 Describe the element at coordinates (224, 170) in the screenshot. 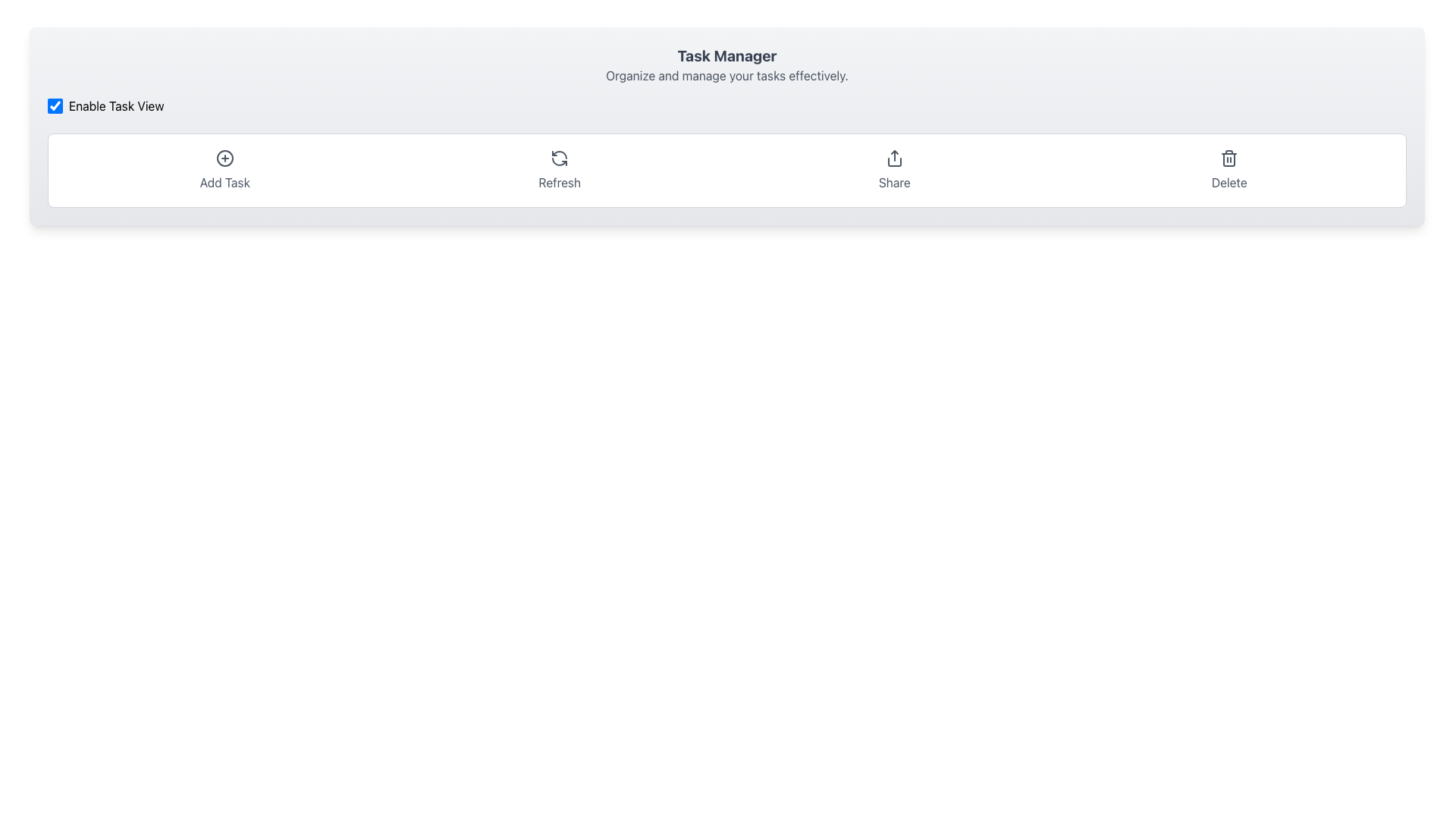

I see `the first button on the left used` at that location.